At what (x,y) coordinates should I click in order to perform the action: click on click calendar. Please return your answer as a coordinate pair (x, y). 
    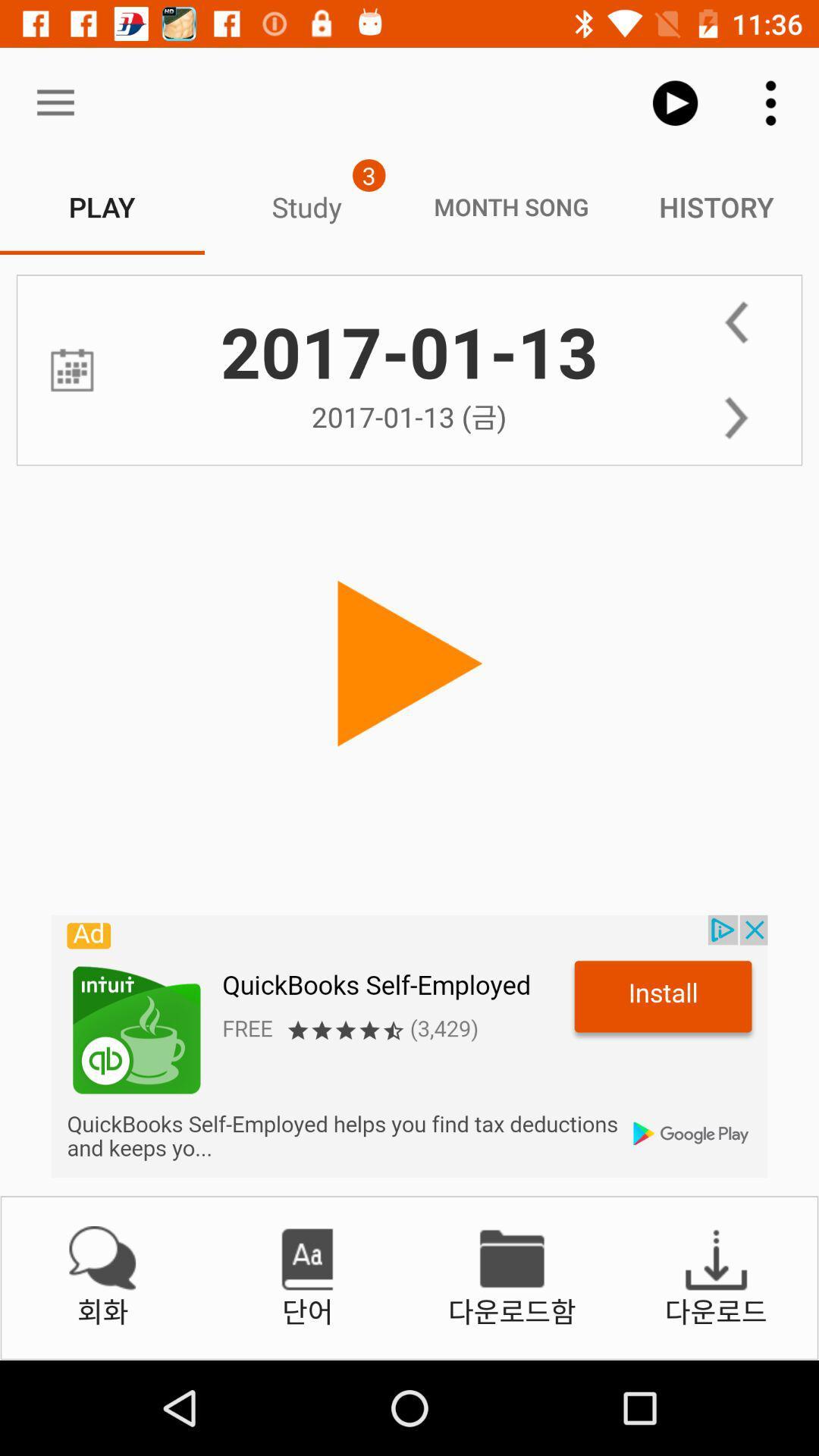
    Looking at the image, I should click on (72, 370).